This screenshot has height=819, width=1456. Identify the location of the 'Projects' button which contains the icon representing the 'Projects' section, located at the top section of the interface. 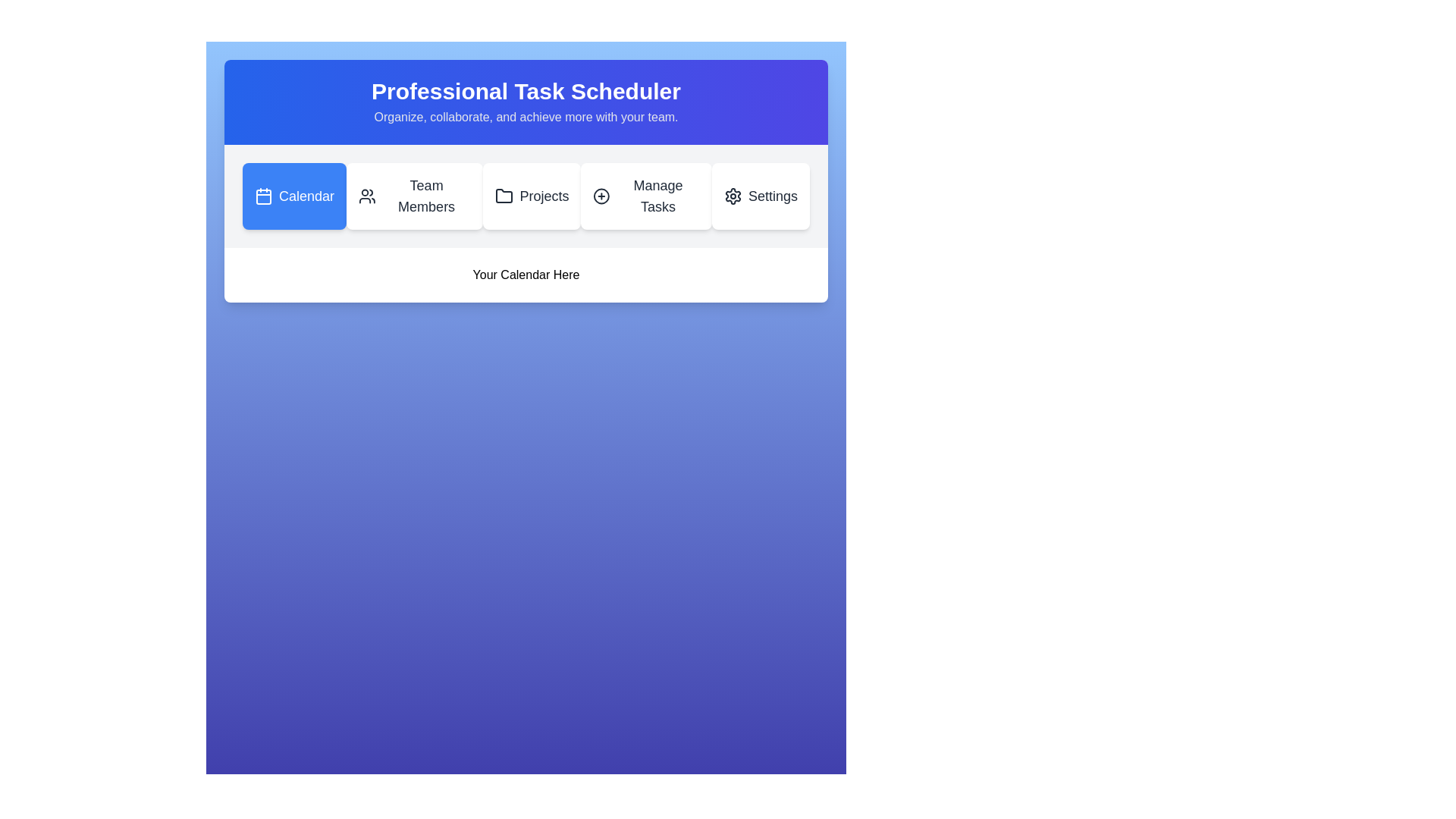
(504, 195).